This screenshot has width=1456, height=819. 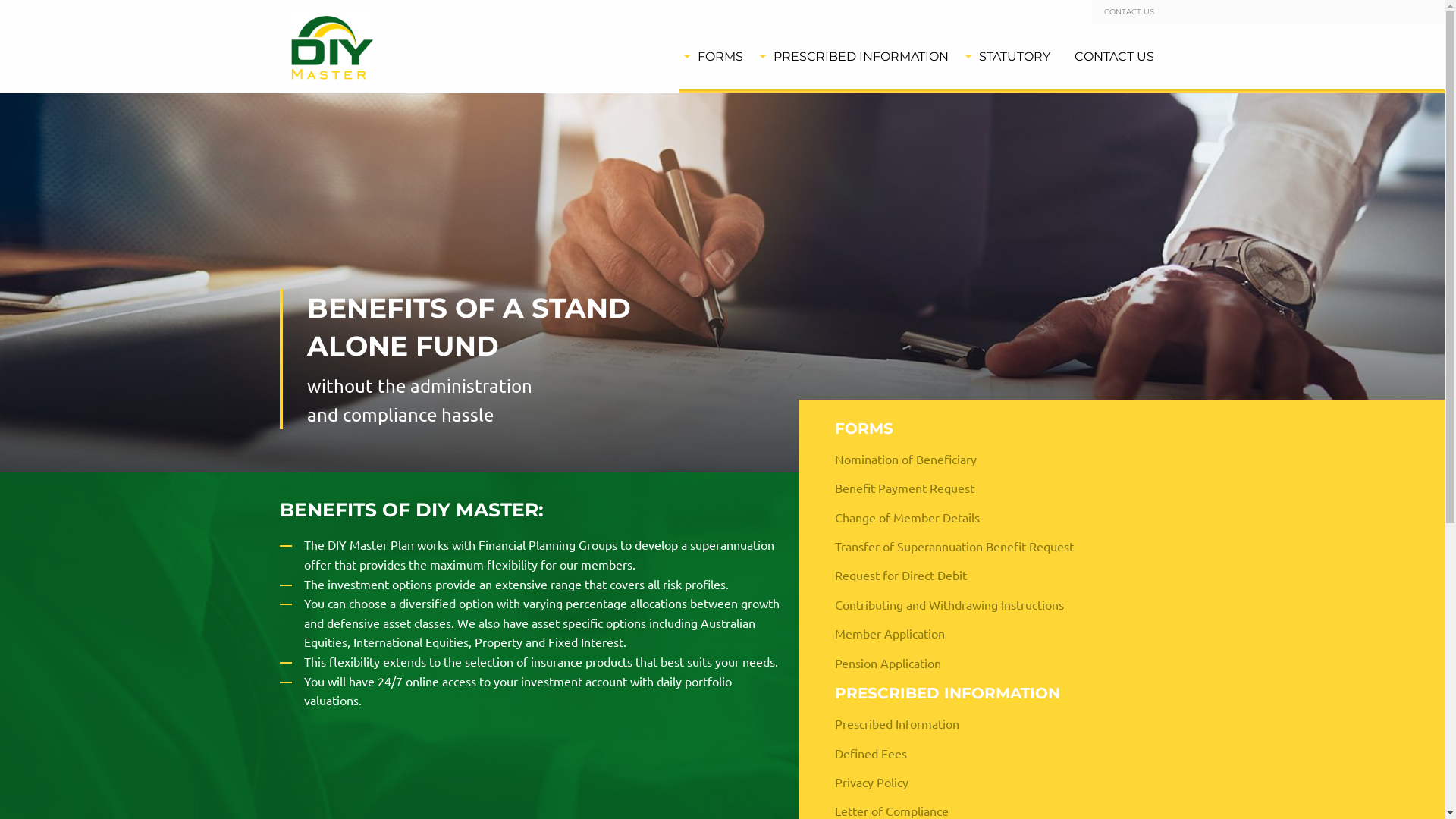 I want to click on 'PRESCRIBED INFORMATION', so click(x=858, y=55).